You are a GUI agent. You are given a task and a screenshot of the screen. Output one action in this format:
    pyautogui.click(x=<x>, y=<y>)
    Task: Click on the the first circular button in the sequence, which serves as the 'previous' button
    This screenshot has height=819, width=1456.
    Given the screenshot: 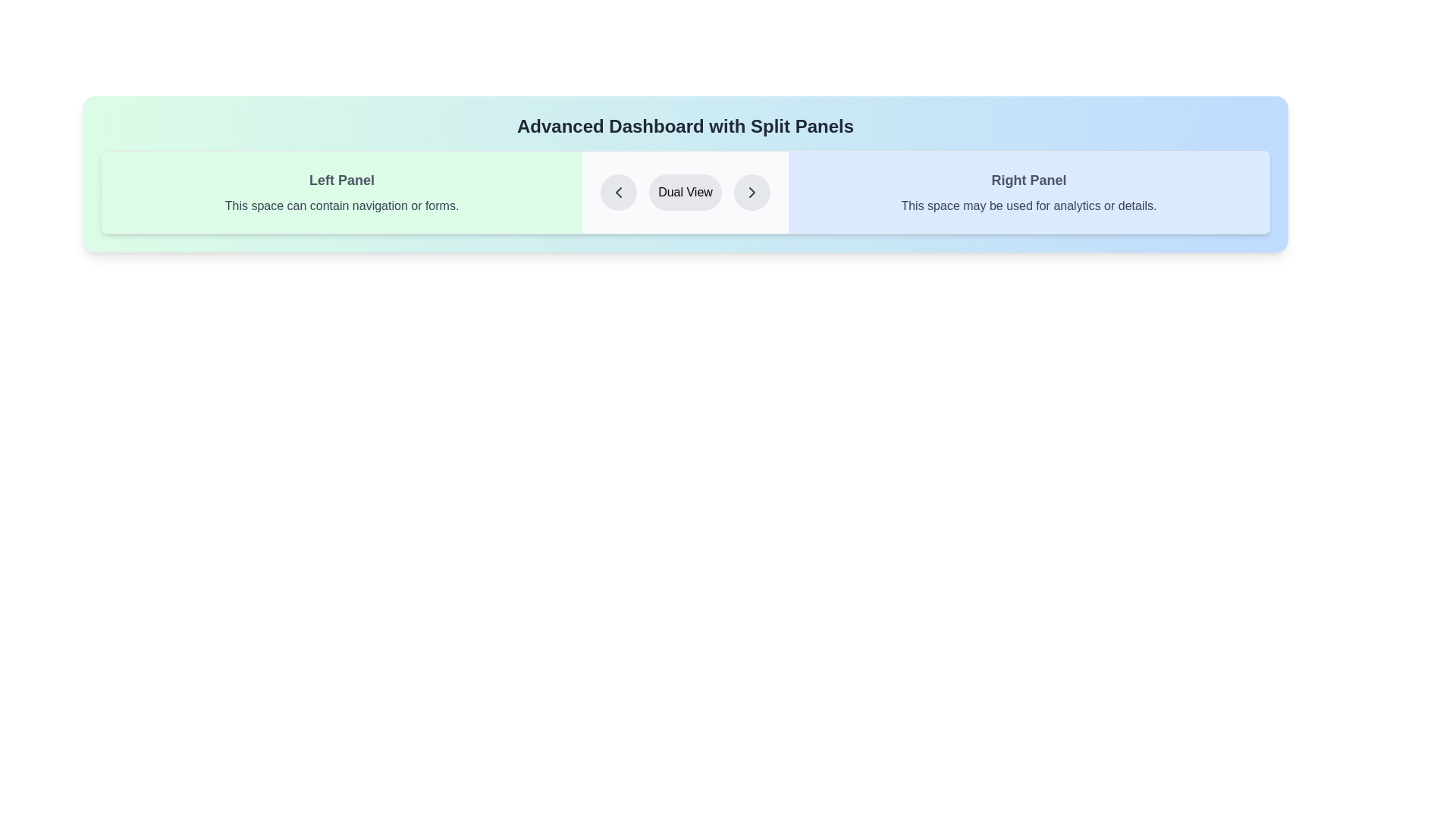 What is the action you would take?
    pyautogui.click(x=619, y=192)
    